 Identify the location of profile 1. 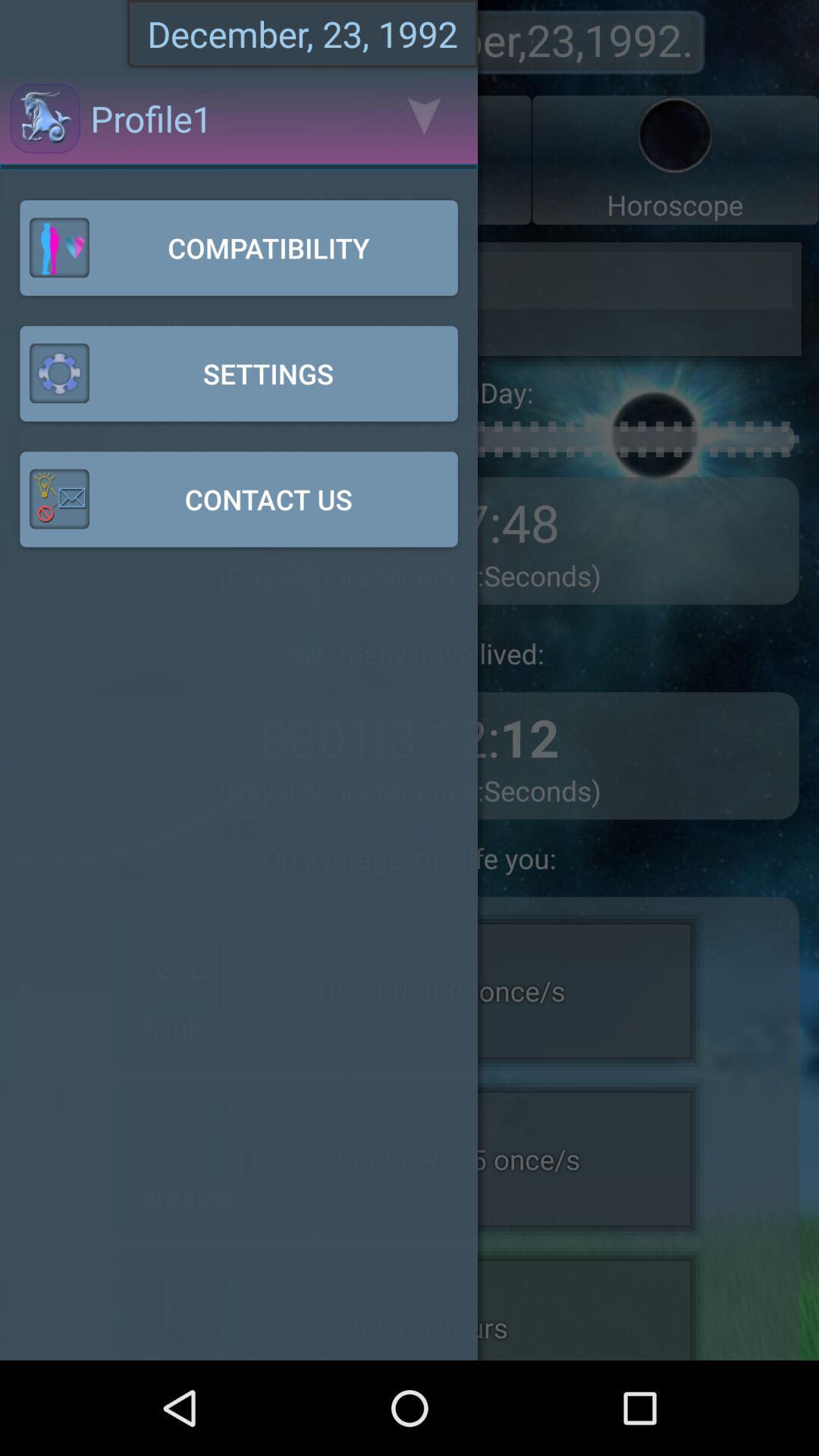
(114, 160).